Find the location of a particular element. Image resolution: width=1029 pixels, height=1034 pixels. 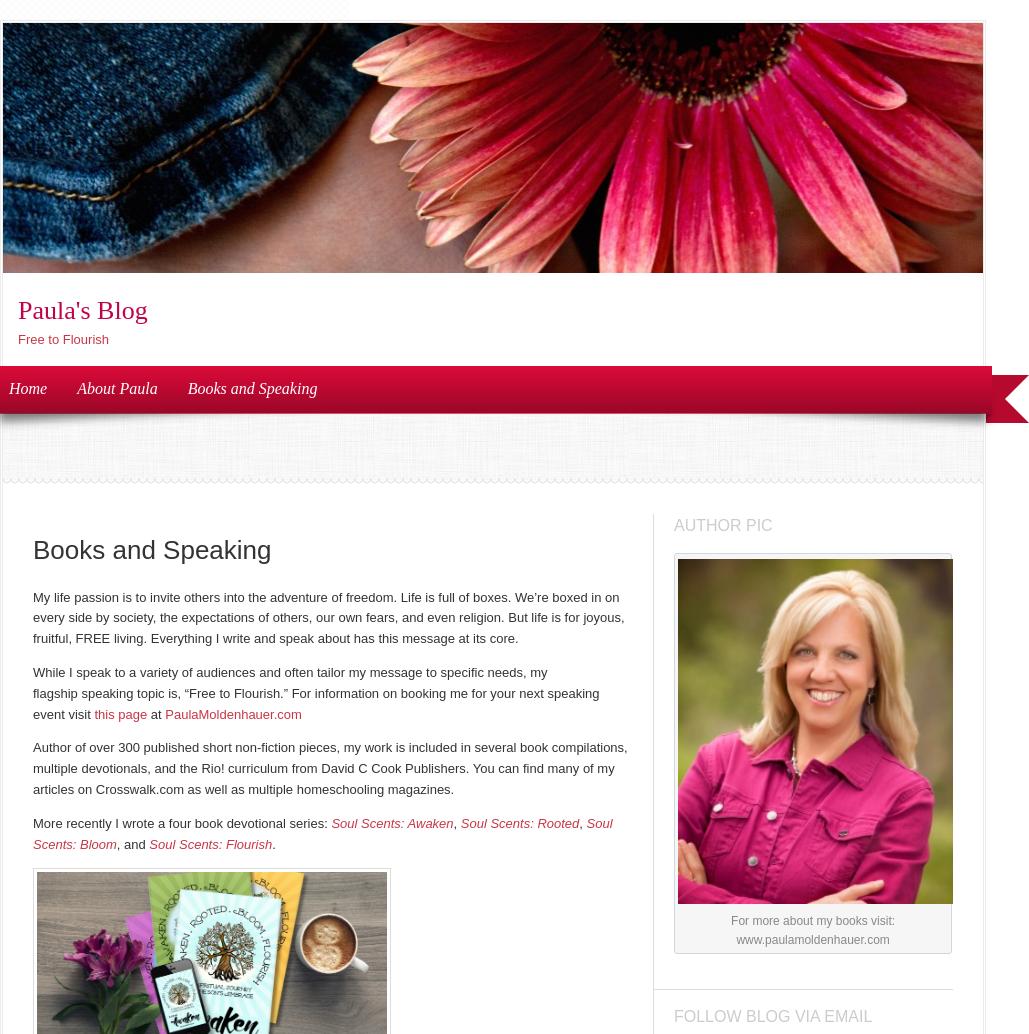

'Free to Flourish' is located at coordinates (63, 338).